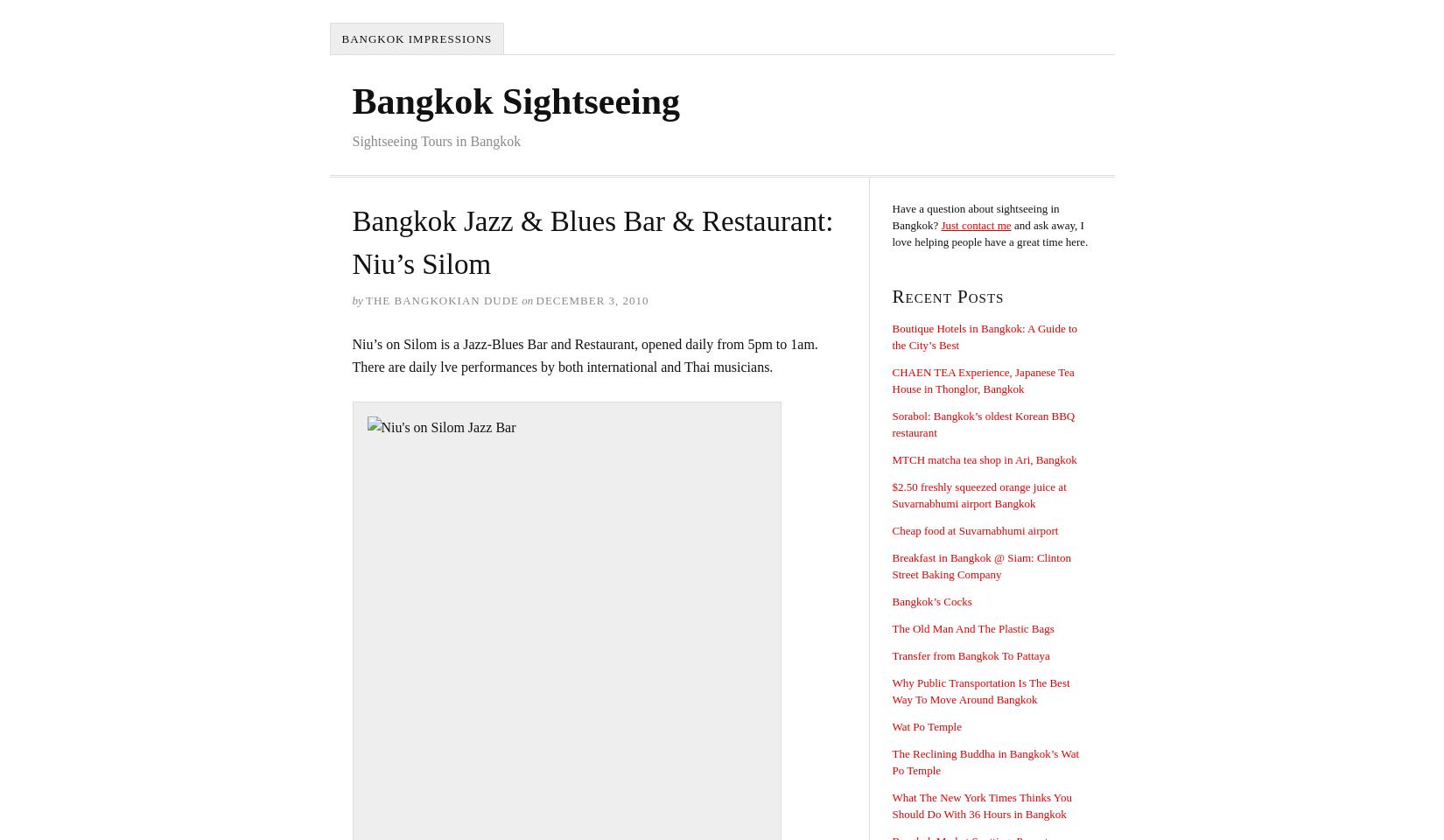  I want to click on 'The Old Man And The Plastic Bags', so click(972, 628).